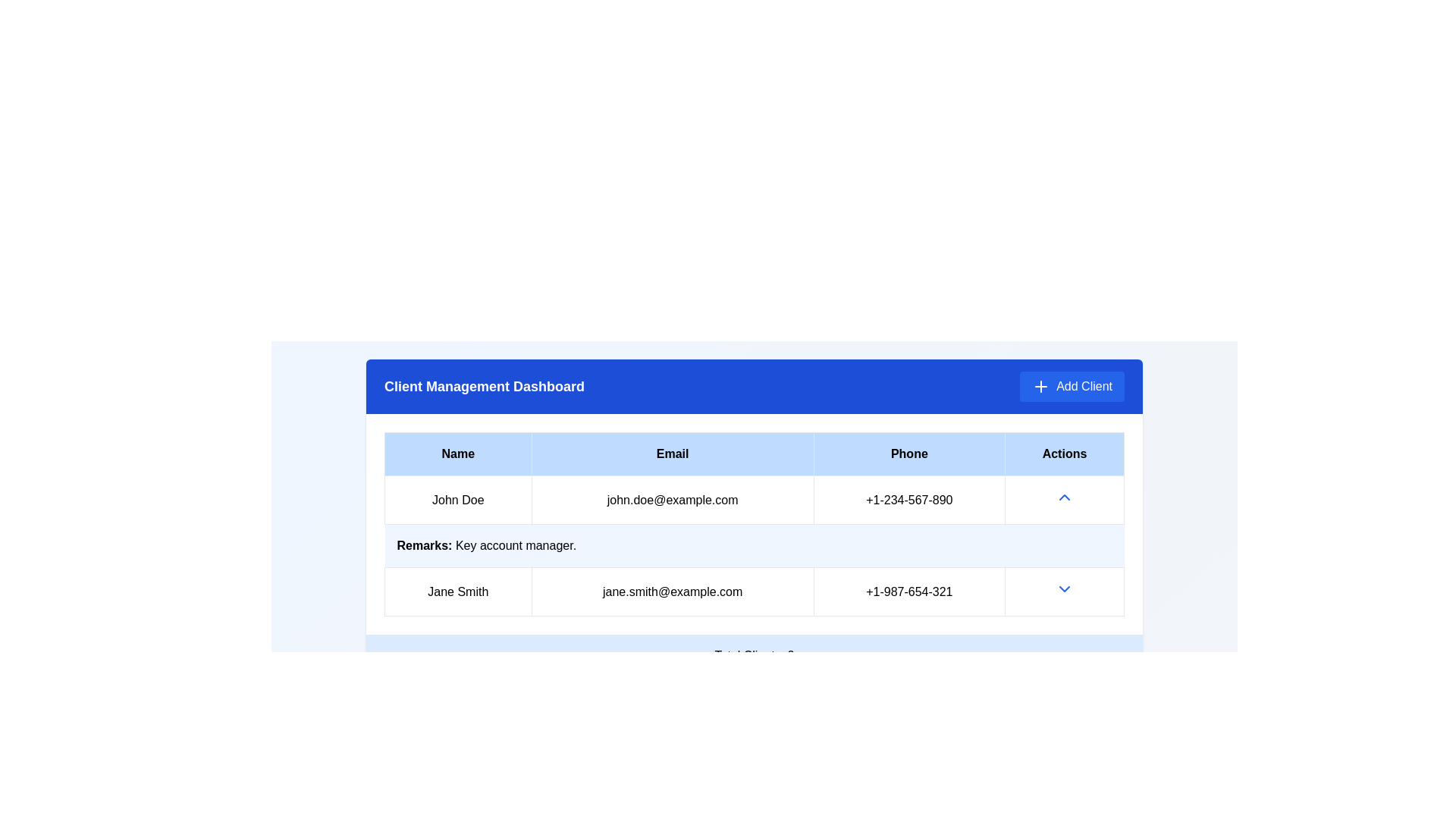  What do you see at coordinates (672, 500) in the screenshot?
I see `the Text Display element that shows the email address for user 'John Doe', located in the center column of the row between 'Name' and 'Phone'` at bounding box center [672, 500].